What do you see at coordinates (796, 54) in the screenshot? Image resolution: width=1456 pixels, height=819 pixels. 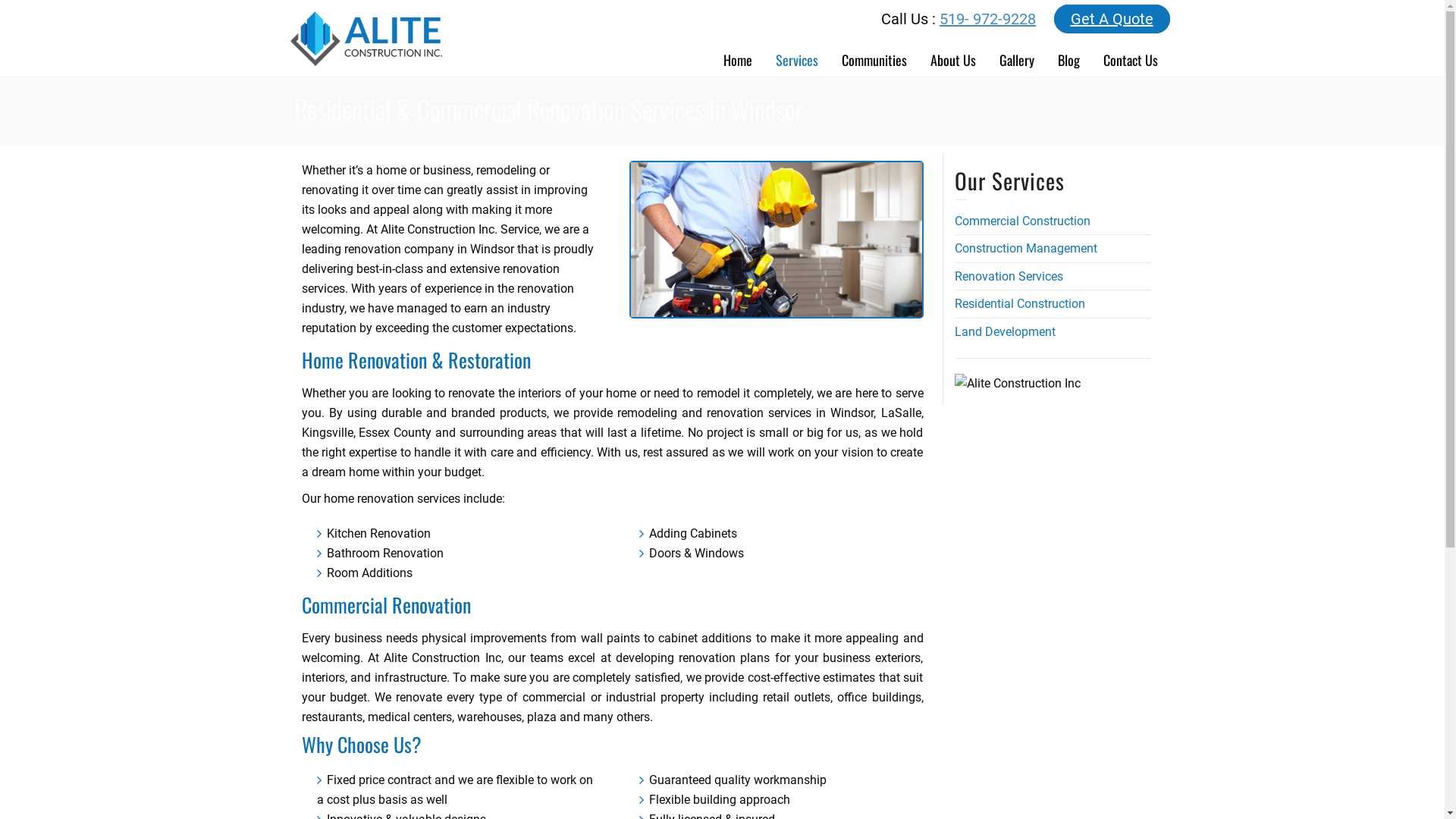 I see `'Services'` at bounding box center [796, 54].